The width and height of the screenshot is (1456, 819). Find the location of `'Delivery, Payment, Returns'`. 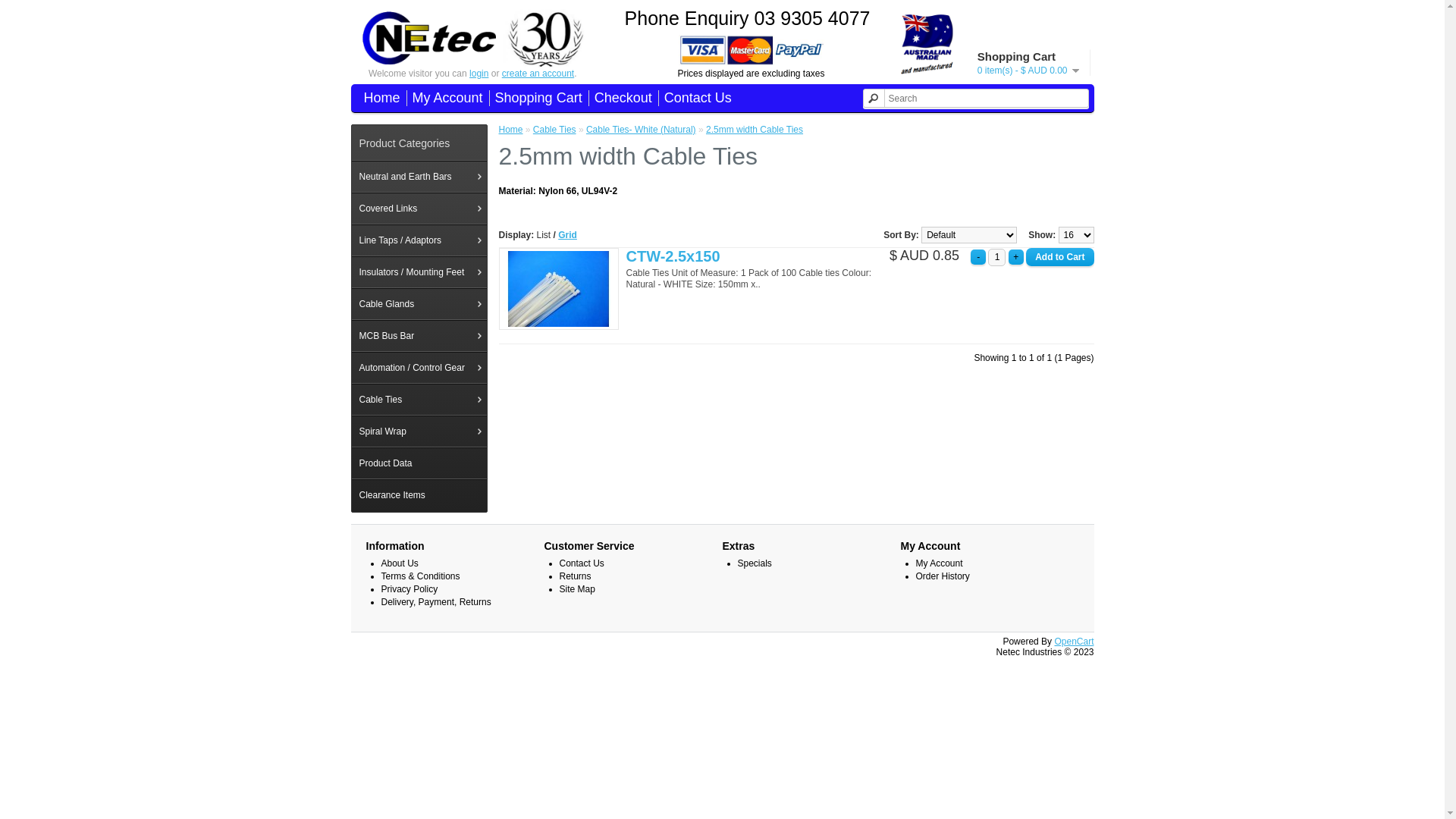

'Delivery, Payment, Returns' is located at coordinates (381, 601).